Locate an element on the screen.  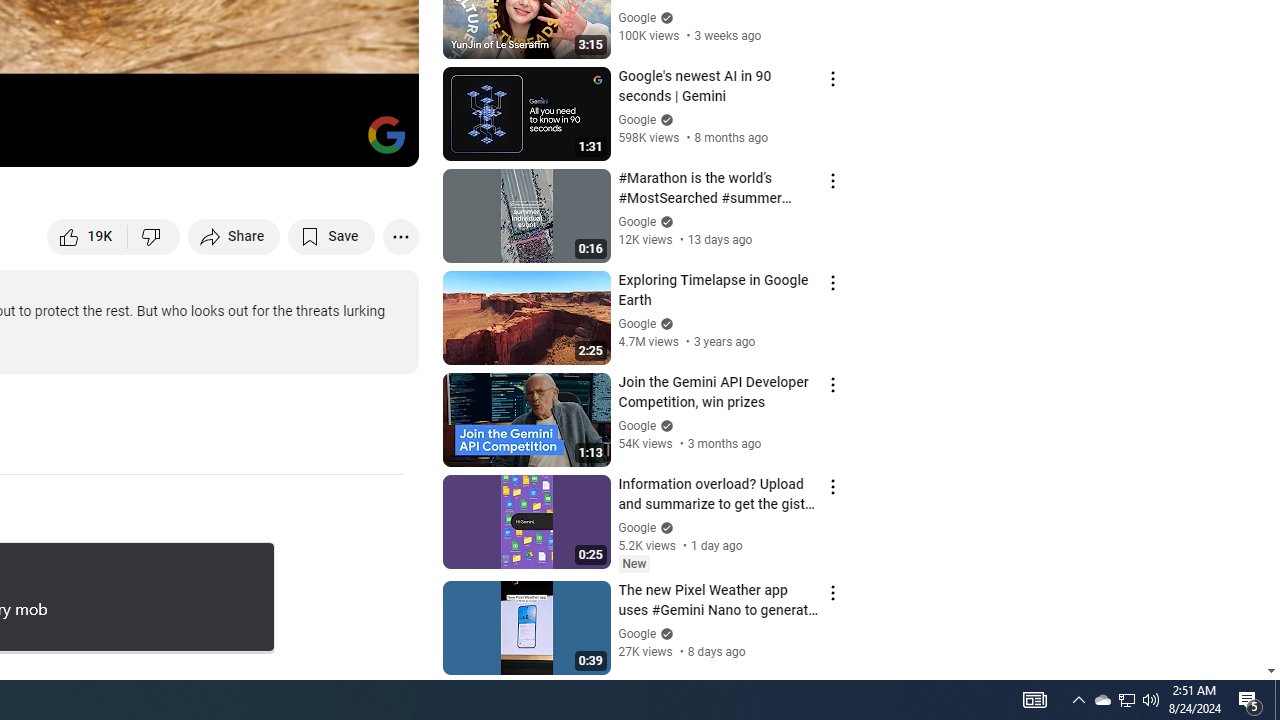
'Share' is located at coordinates (234, 235).